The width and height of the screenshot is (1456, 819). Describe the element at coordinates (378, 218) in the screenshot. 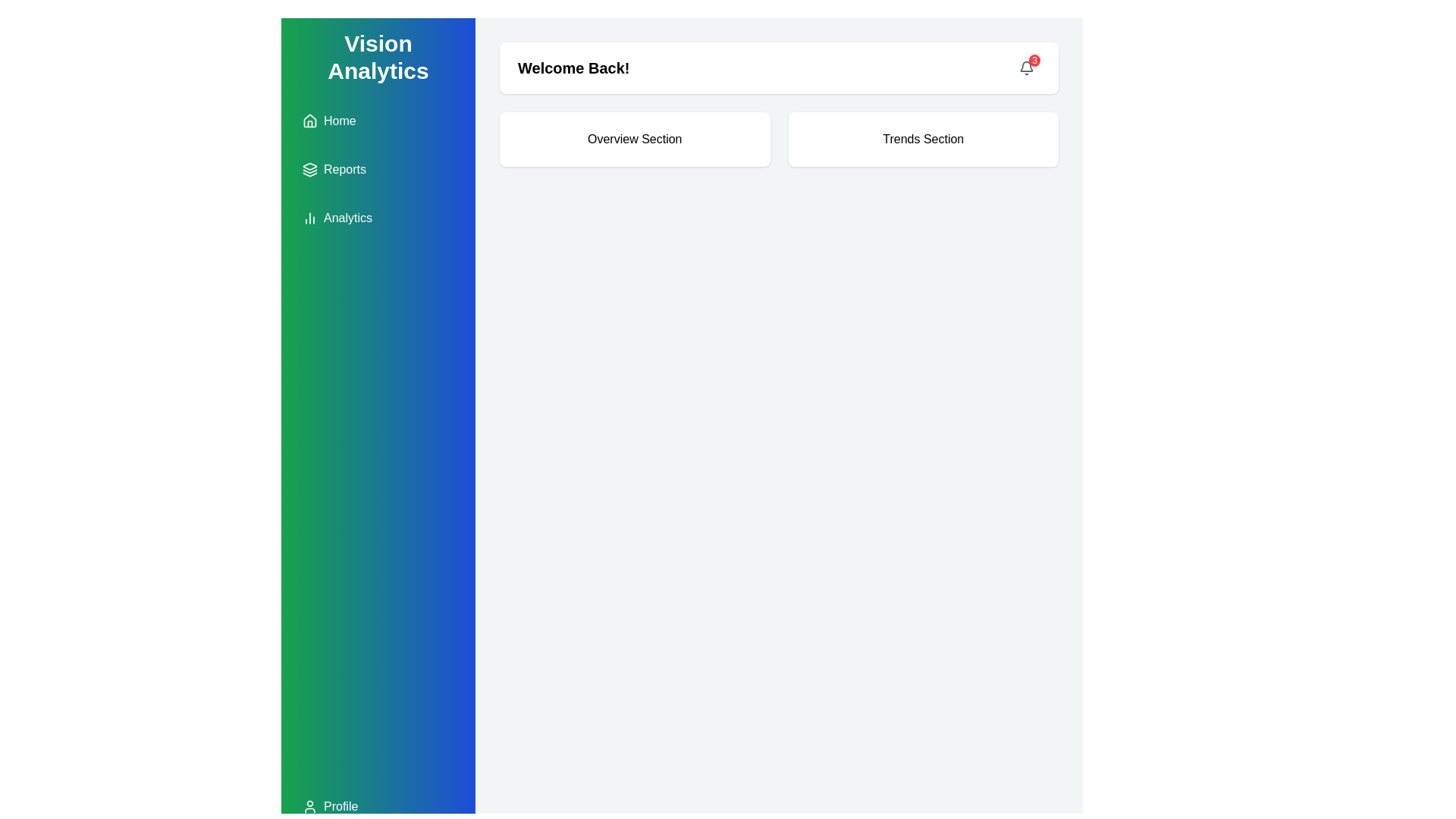

I see `the 'Analytics' button in the left sidebar` at that location.